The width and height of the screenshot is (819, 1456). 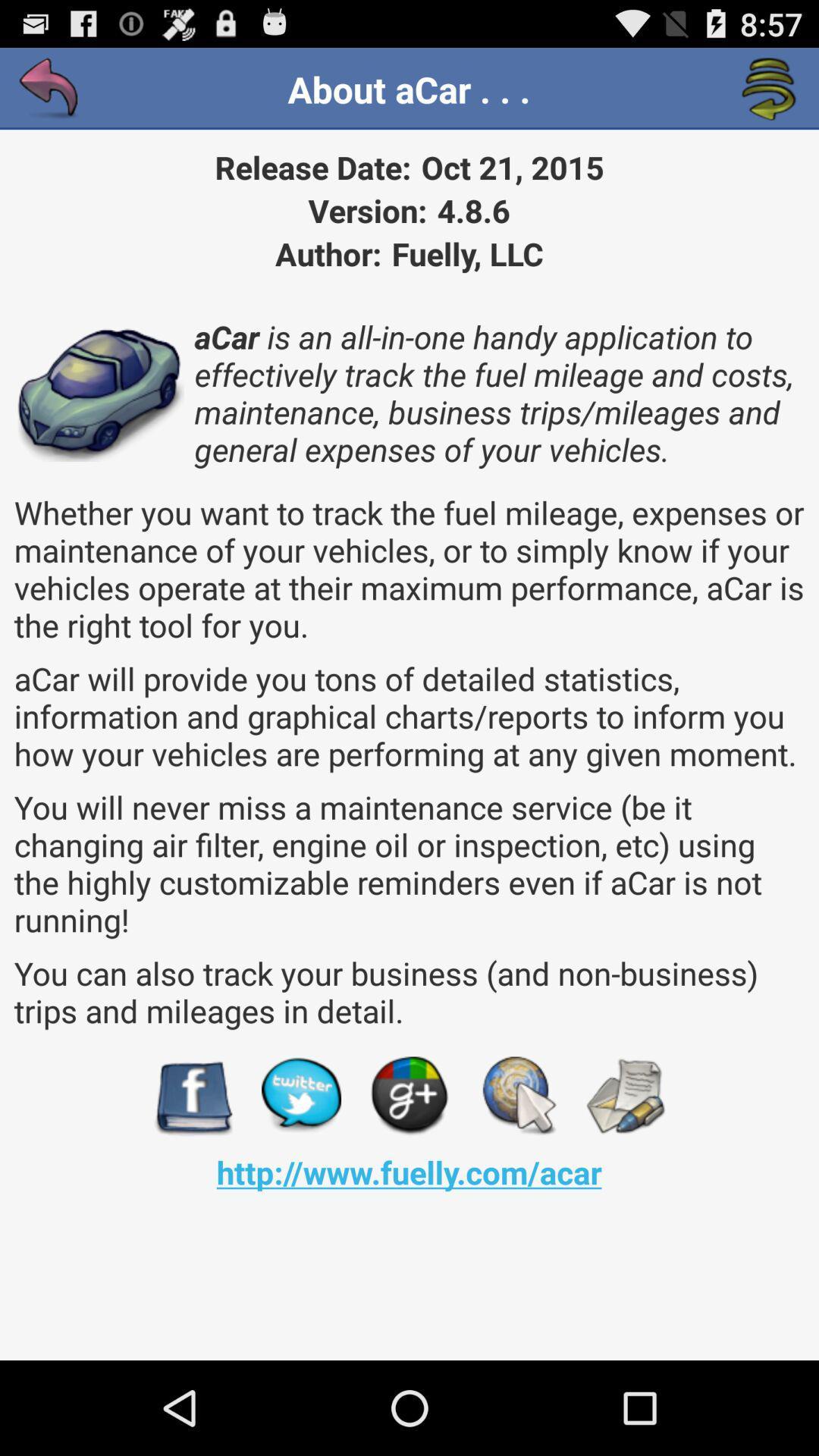 I want to click on item below you can also app, so click(x=301, y=1096).